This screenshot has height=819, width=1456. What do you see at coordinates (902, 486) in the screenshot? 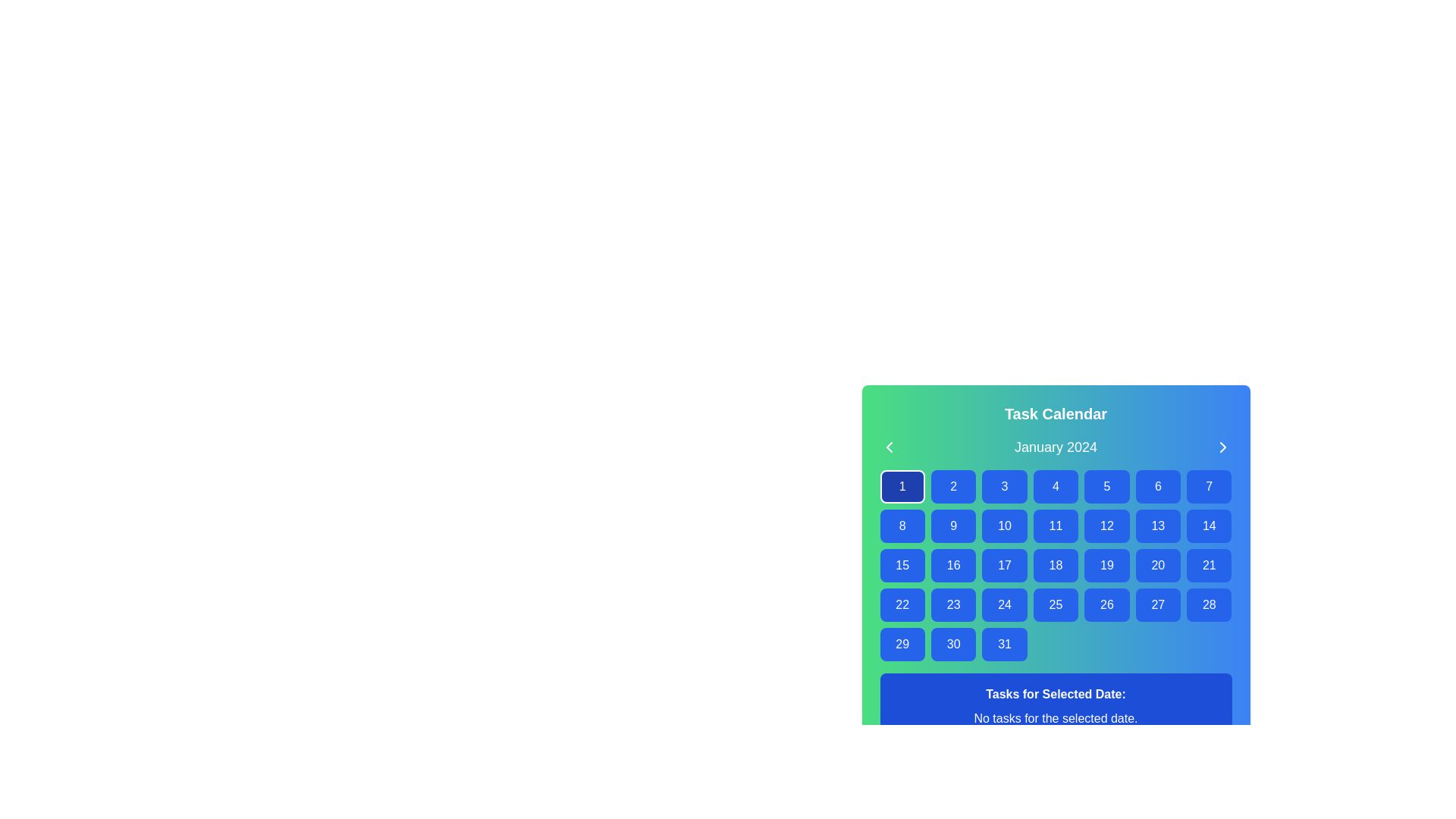
I see `the first button in the first row of the calendar grid to interact with it and display tasks or details for the first day of the month` at bounding box center [902, 486].